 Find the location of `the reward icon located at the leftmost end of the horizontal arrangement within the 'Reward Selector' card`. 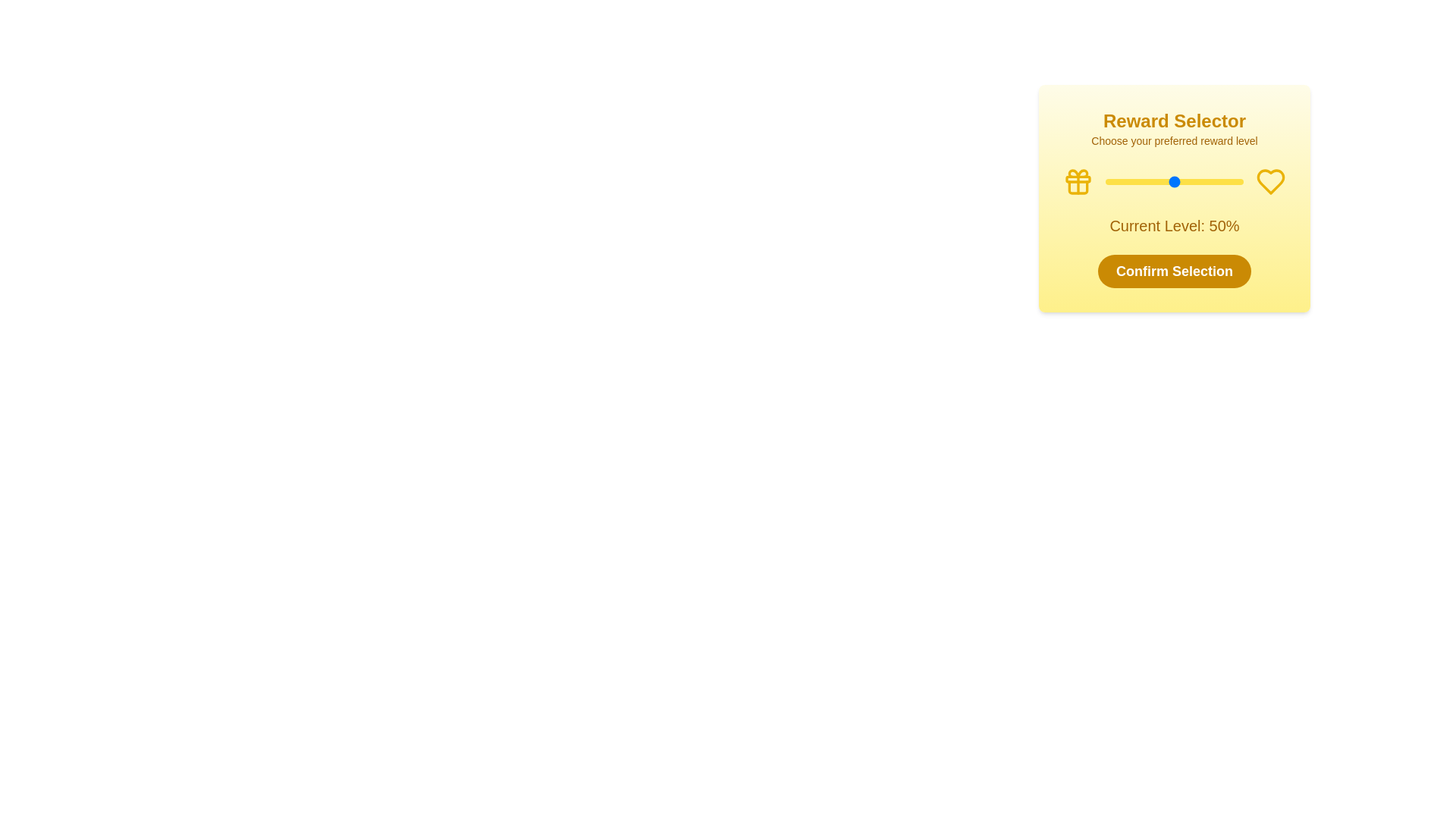

the reward icon located at the leftmost end of the horizontal arrangement within the 'Reward Selector' card is located at coordinates (1077, 180).